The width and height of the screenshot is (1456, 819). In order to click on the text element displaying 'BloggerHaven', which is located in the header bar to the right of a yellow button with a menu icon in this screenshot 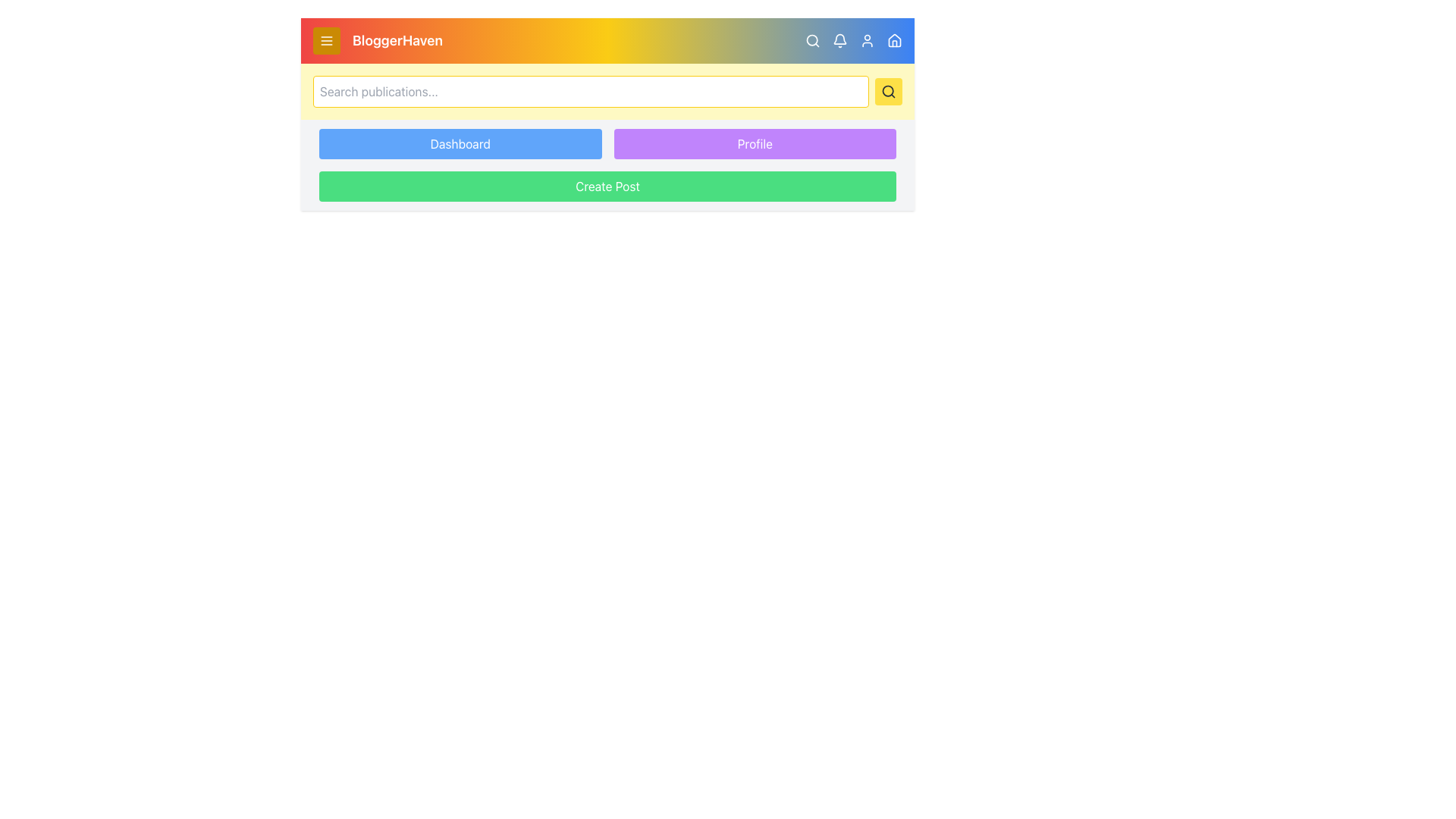, I will do `click(397, 40)`.